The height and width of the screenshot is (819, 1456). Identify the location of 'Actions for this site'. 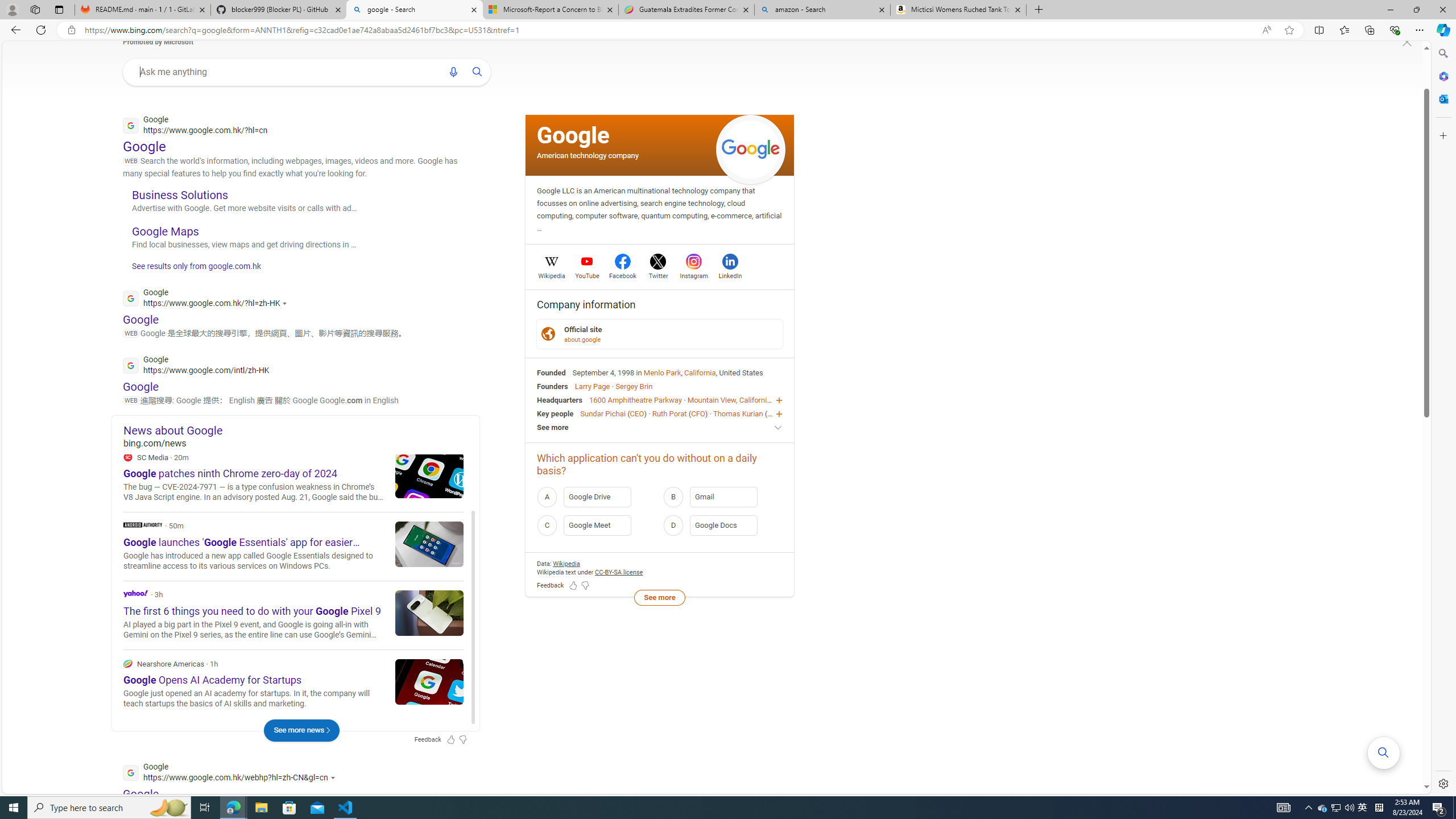
(334, 777).